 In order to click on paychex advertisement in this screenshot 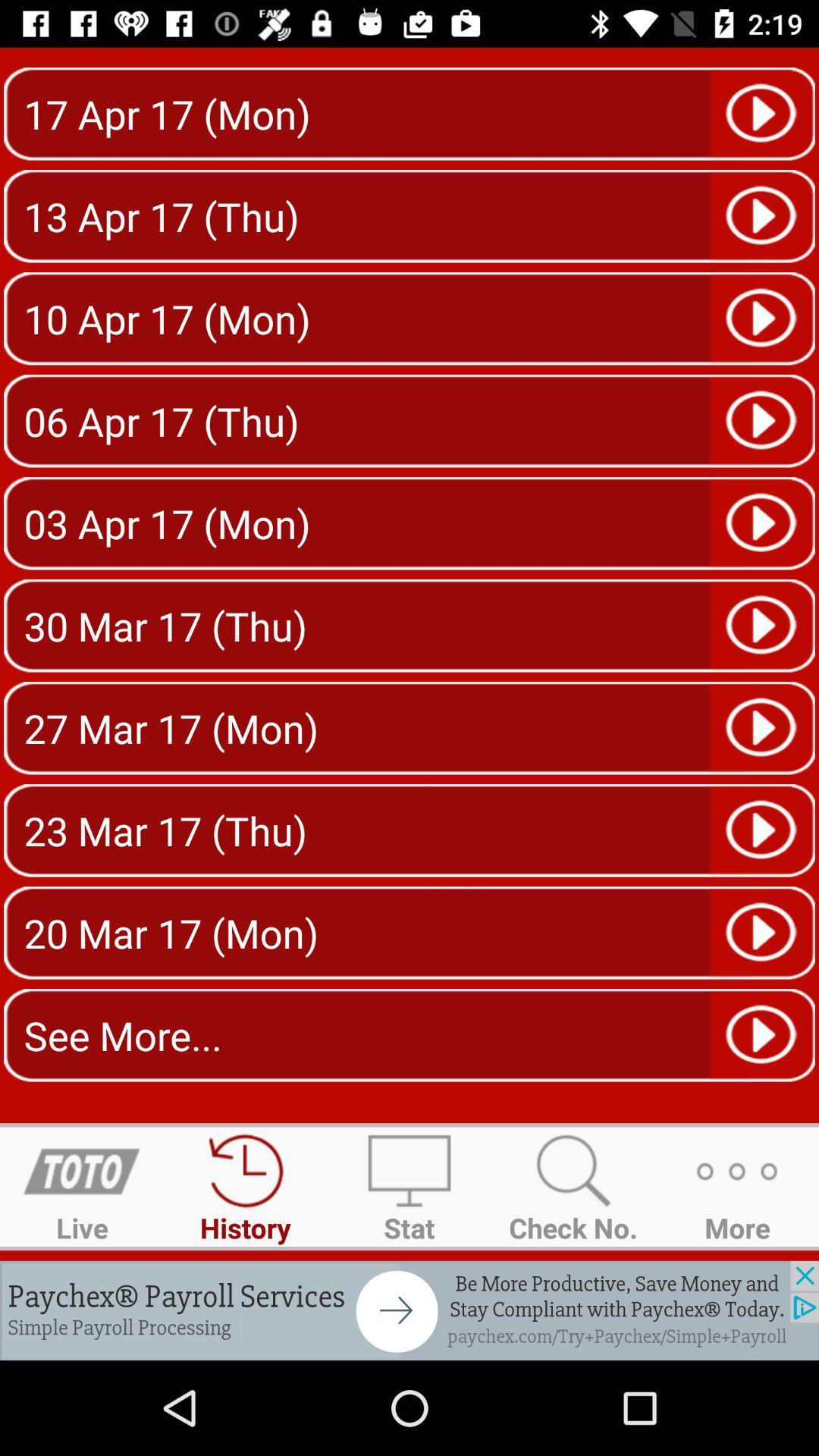, I will do `click(409, 1310)`.